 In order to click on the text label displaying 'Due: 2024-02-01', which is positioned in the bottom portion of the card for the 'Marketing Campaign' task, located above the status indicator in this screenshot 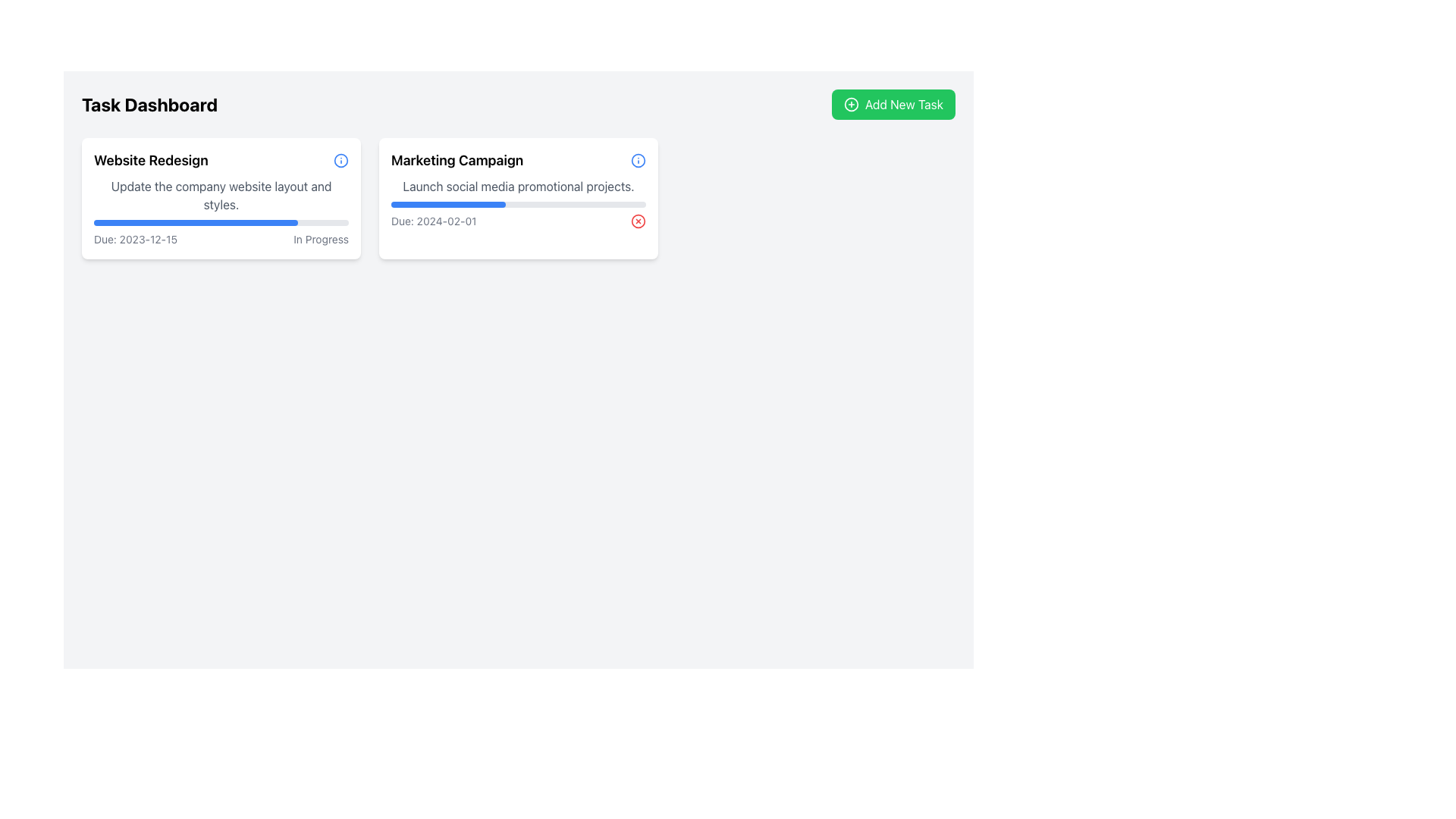, I will do `click(433, 221)`.